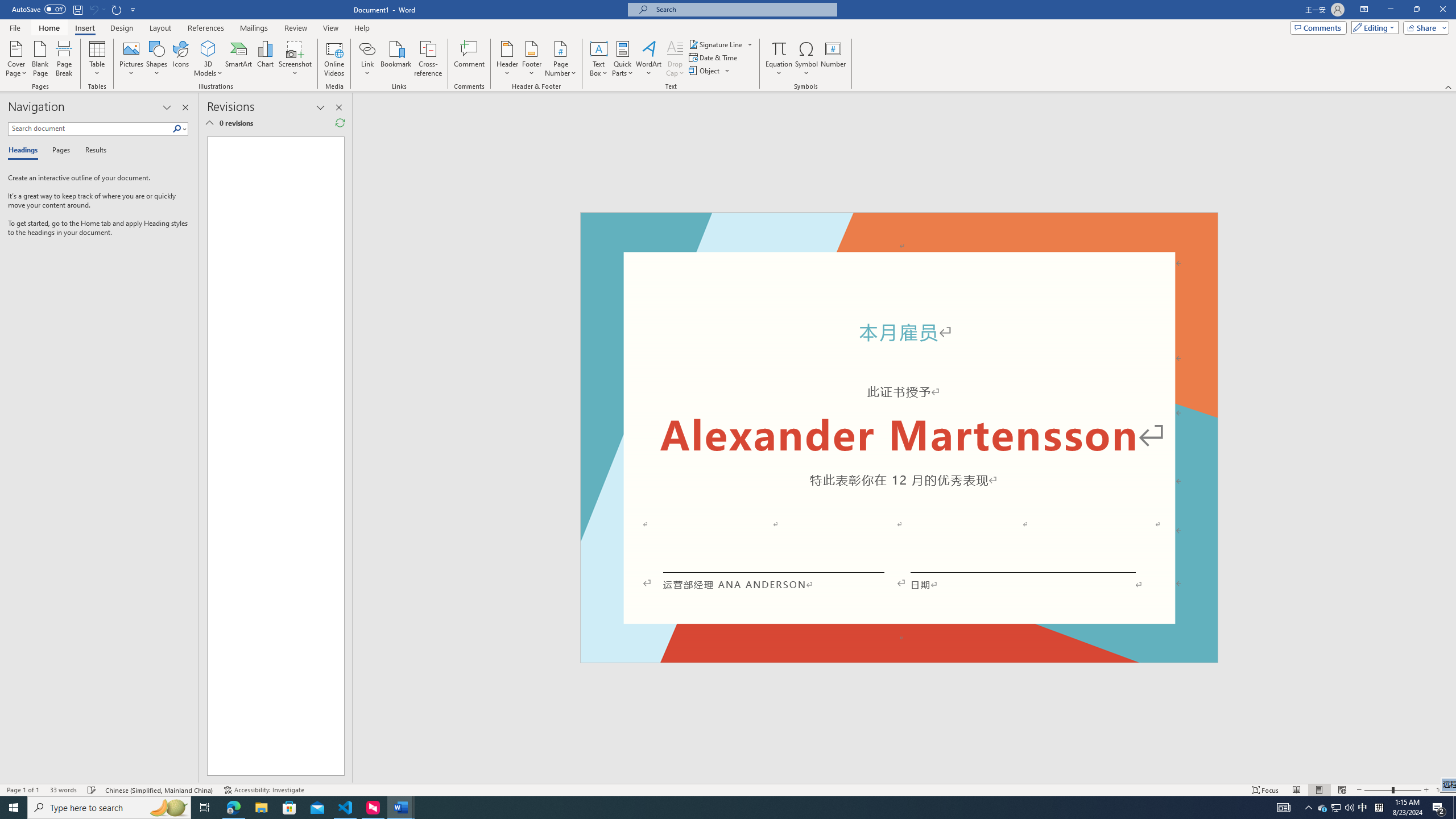 The height and width of the screenshot is (819, 1456). What do you see at coordinates (180, 59) in the screenshot?
I see `'Icons'` at bounding box center [180, 59].